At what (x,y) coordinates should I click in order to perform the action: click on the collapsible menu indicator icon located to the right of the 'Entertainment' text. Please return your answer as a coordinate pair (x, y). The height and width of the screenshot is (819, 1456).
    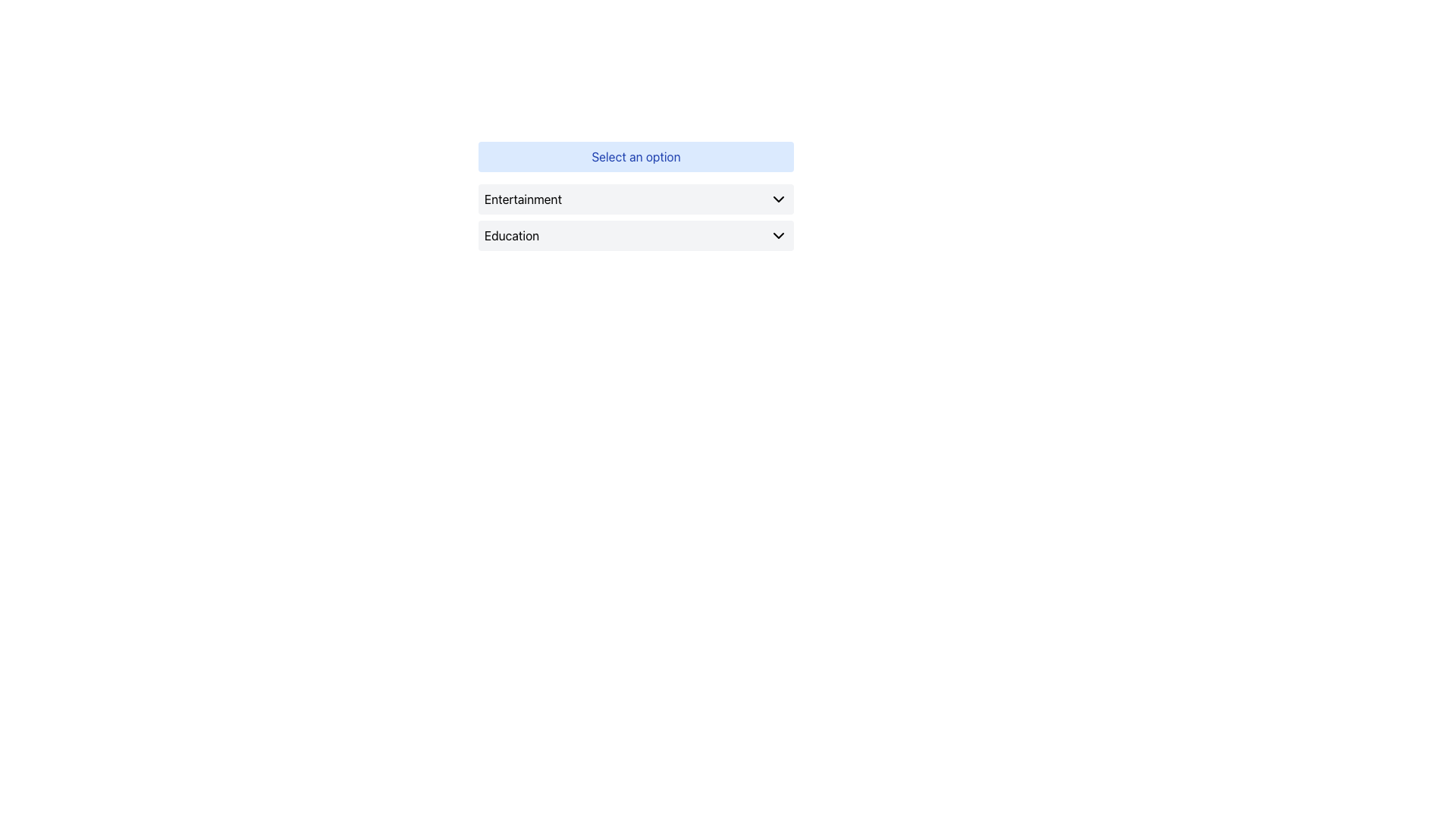
    Looking at the image, I should click on (779, 198).